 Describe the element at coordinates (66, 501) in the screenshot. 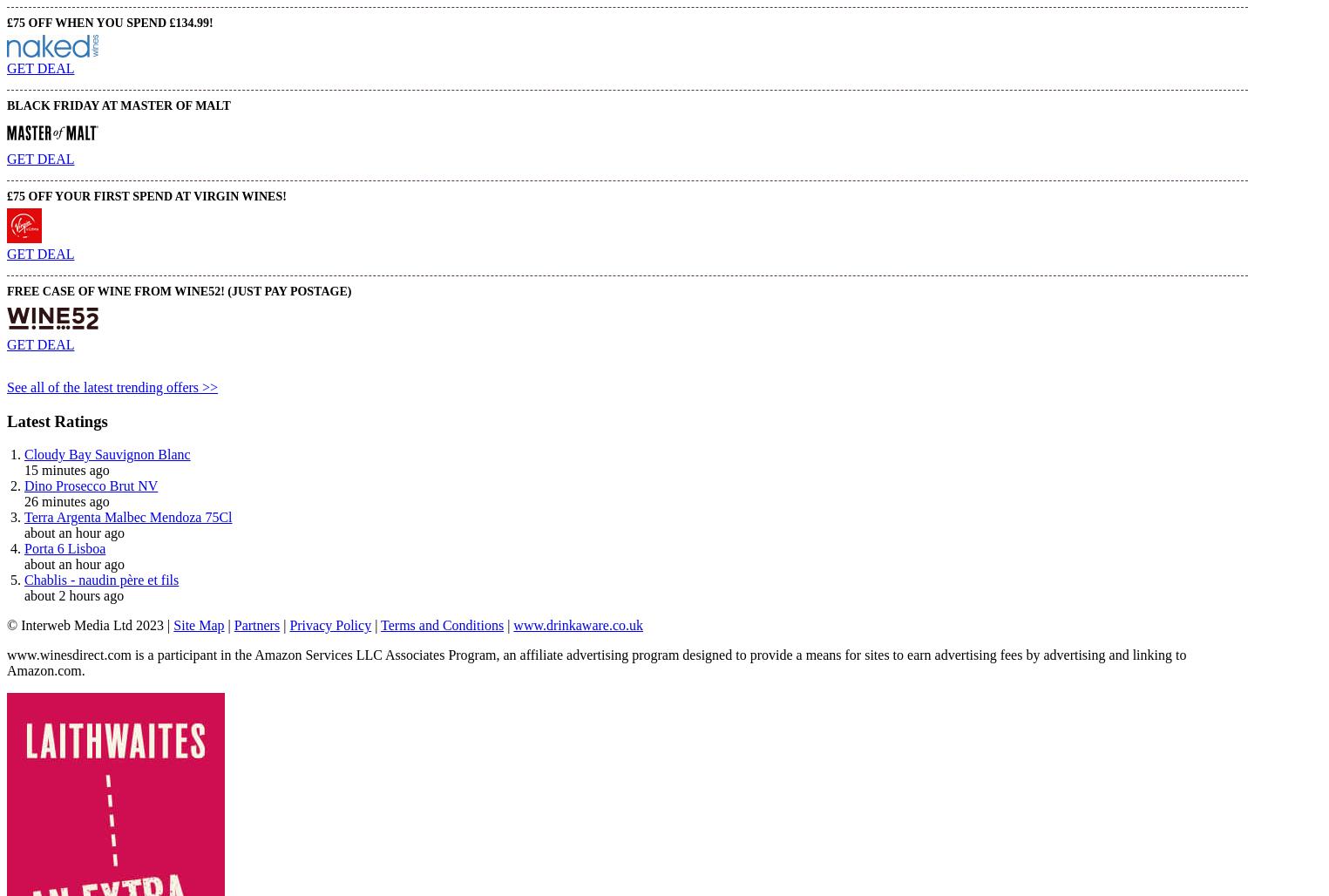

I see `'26 minutes ago'` at that location.